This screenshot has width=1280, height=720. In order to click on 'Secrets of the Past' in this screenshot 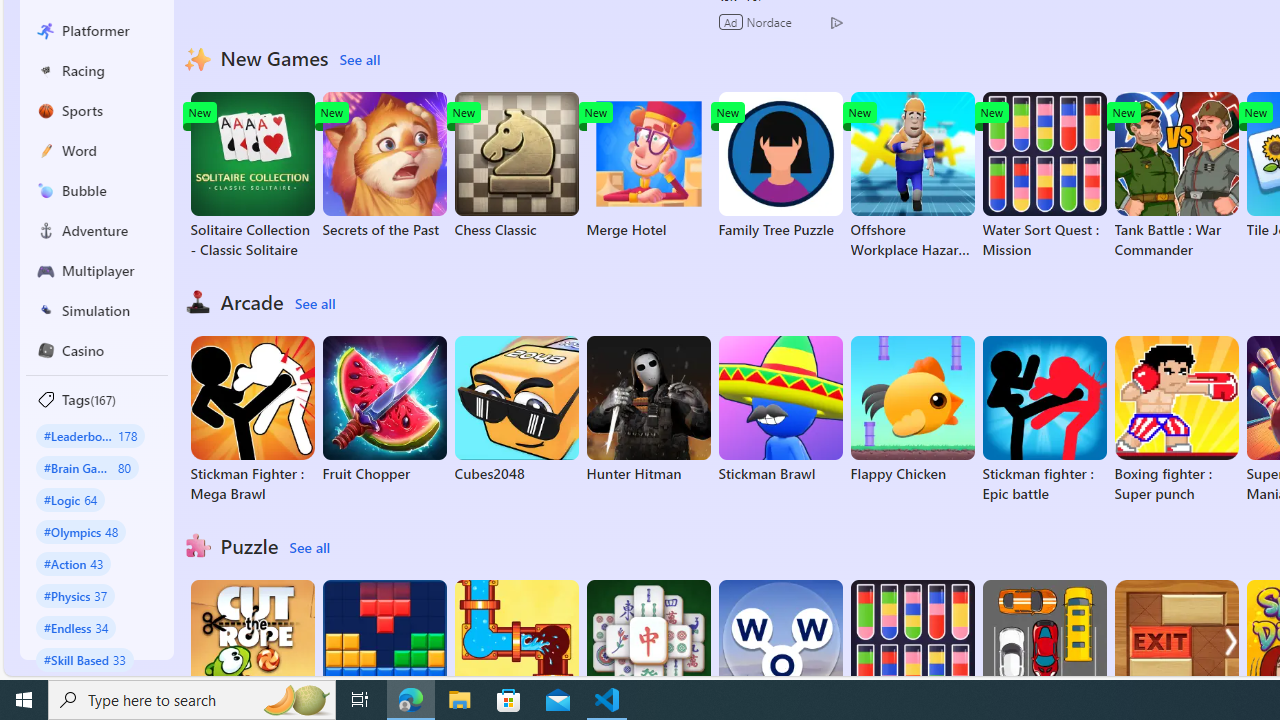, I will do `click(384, 164)`.